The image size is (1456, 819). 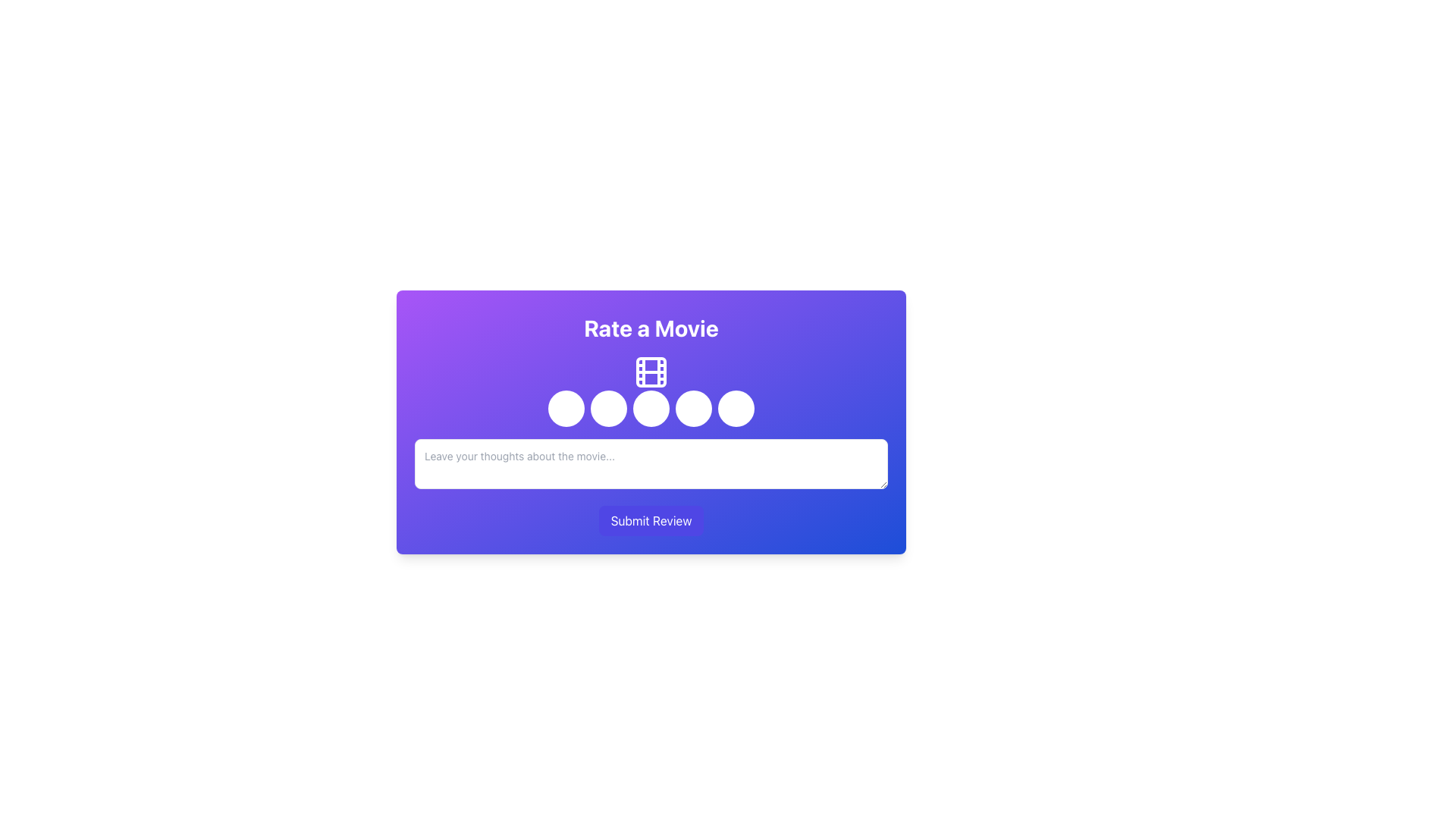 What do you see at coordinates (608, 408) in the screenshot?
I see `the second circular button in the rating mechanism row located beneath the 'Rate a Movie' title` at bounding box center [608, 408].